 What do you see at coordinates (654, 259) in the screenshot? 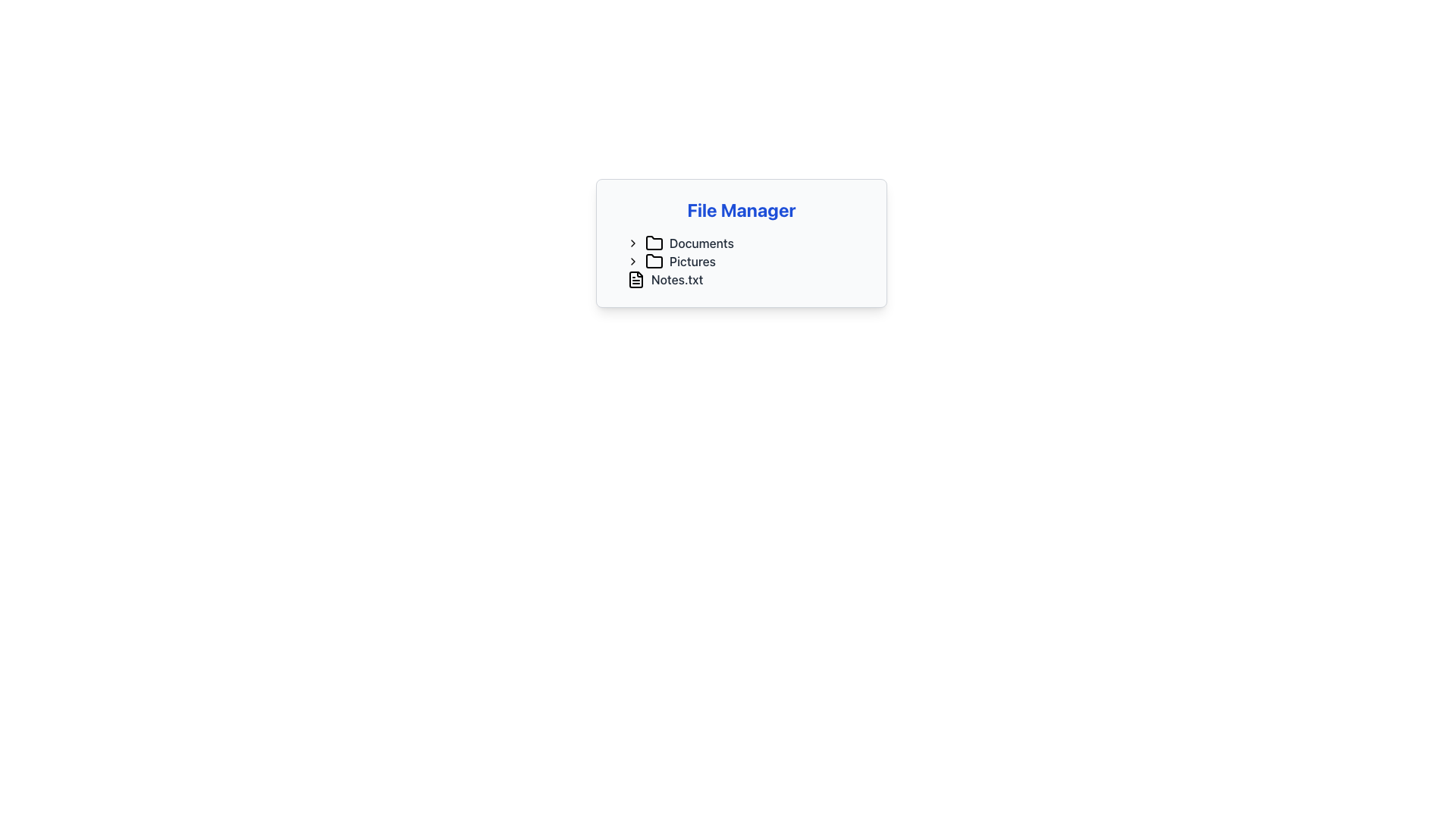
I see `the folder icon located in the second row of icons in the file management system, positioned` at bounding box center [654, 259].